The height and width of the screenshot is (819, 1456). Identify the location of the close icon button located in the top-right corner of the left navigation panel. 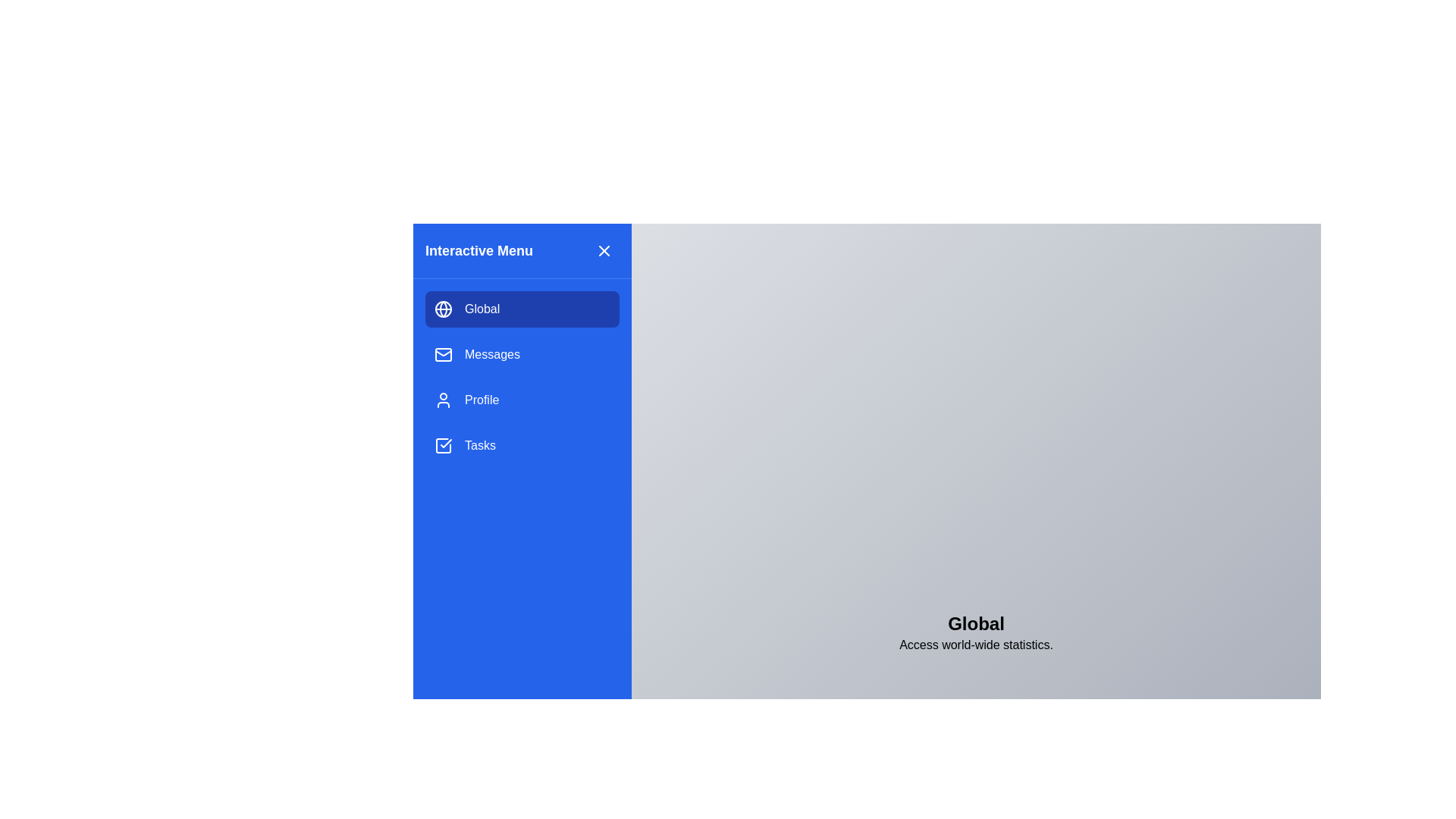
(603, 250).